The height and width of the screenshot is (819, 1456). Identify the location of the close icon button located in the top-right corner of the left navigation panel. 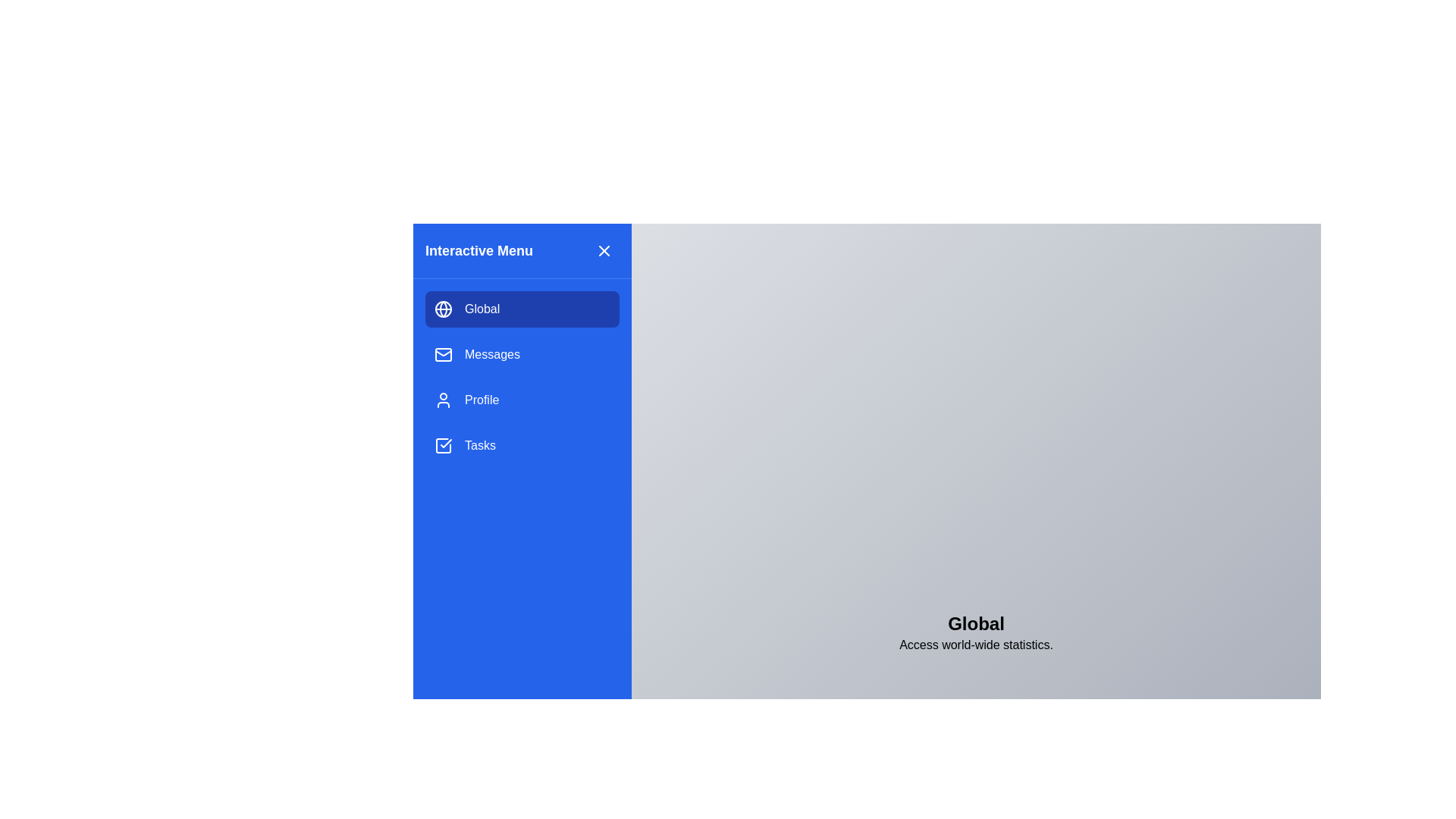
(603, 250).